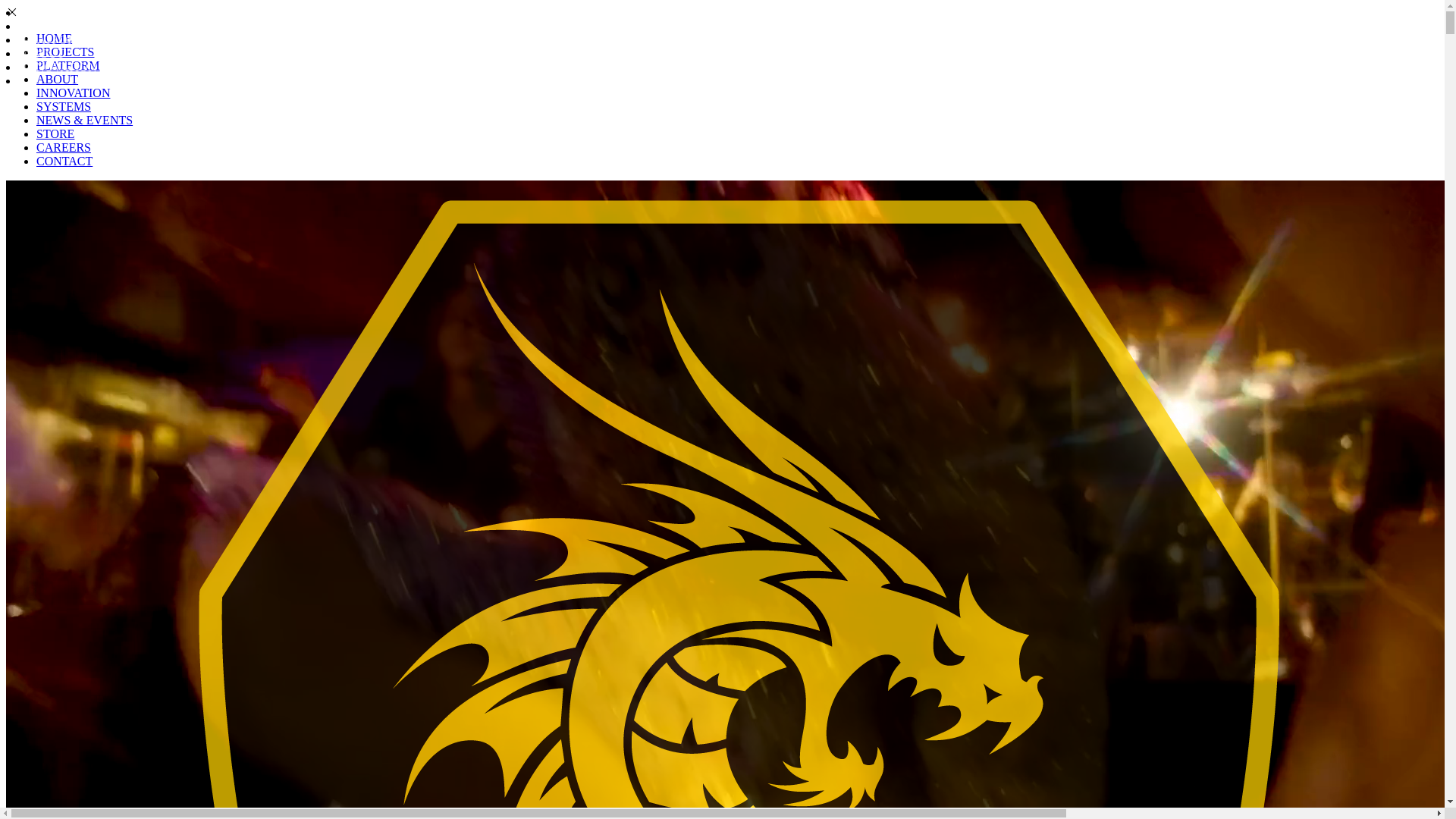  Describe the element at coordinates (43, 52) in the screenshot. I see `'ABOUT'` at that location.